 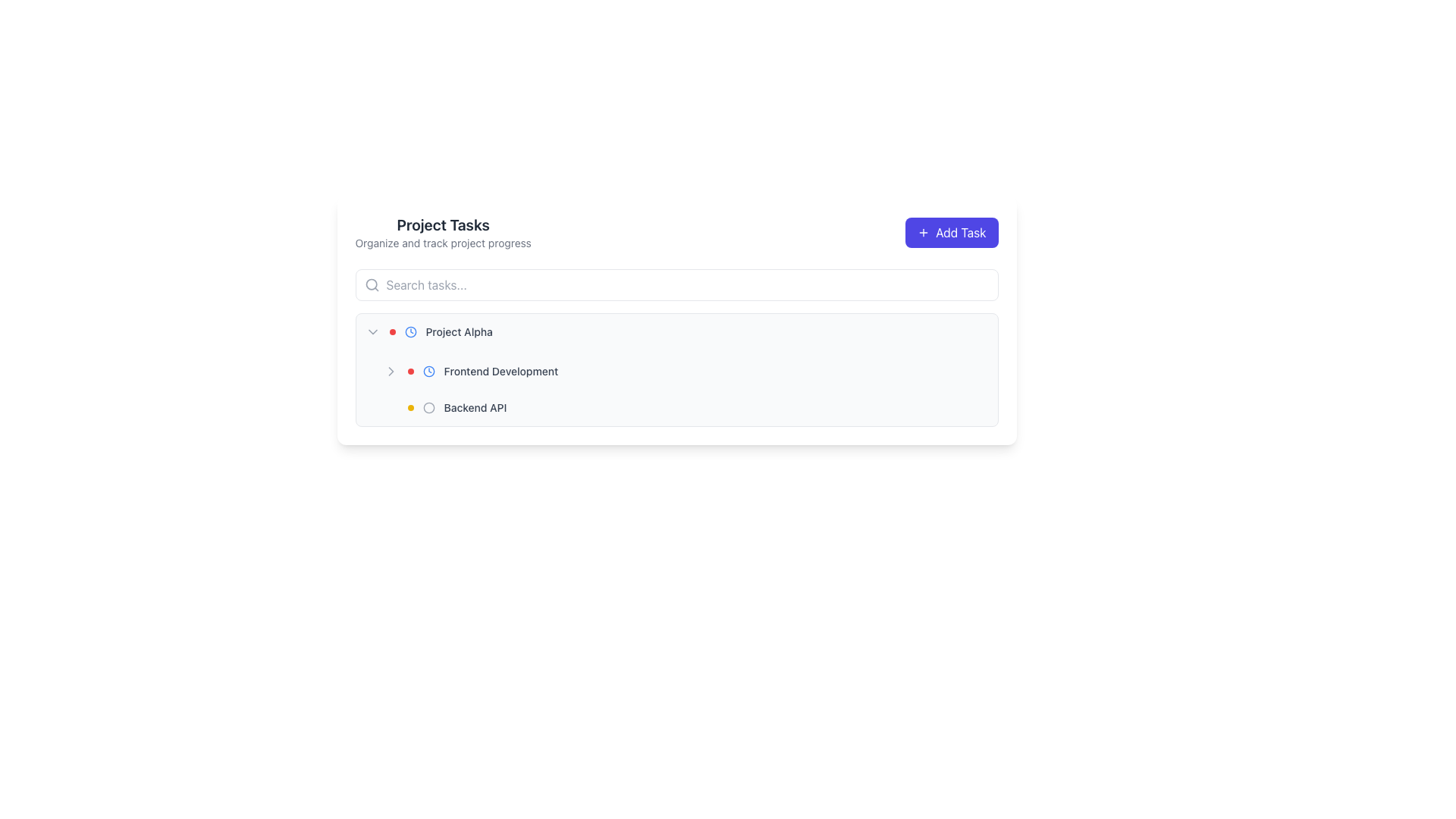 I want to click on the toggle button, so click(x=372, y=331).